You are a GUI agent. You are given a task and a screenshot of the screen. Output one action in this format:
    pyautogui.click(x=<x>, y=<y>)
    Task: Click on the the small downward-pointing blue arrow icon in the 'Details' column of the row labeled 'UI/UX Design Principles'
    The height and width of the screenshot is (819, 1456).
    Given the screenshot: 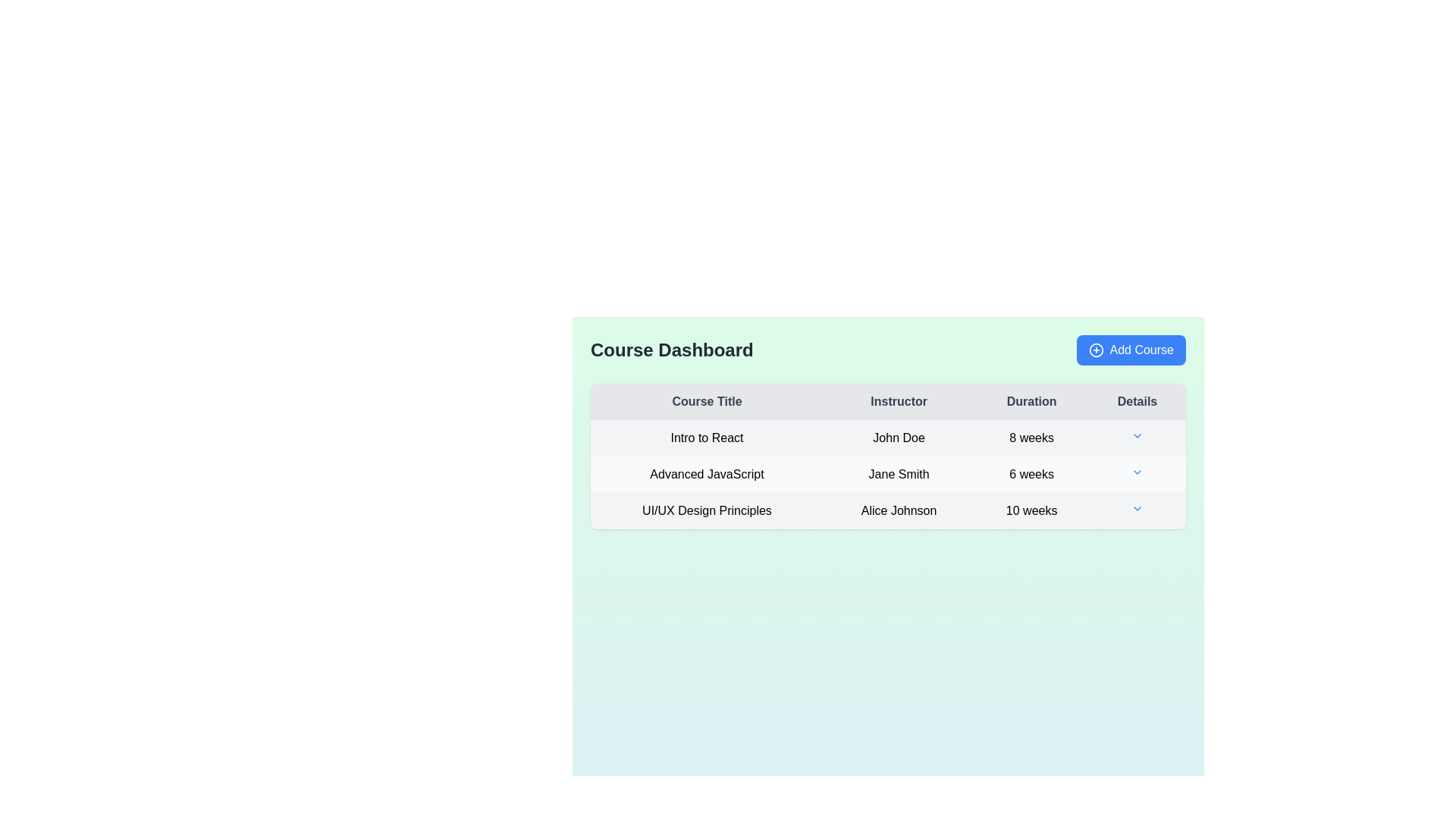 What is the action you would take?
    pyautogui.click(x=1137, y=511)
    